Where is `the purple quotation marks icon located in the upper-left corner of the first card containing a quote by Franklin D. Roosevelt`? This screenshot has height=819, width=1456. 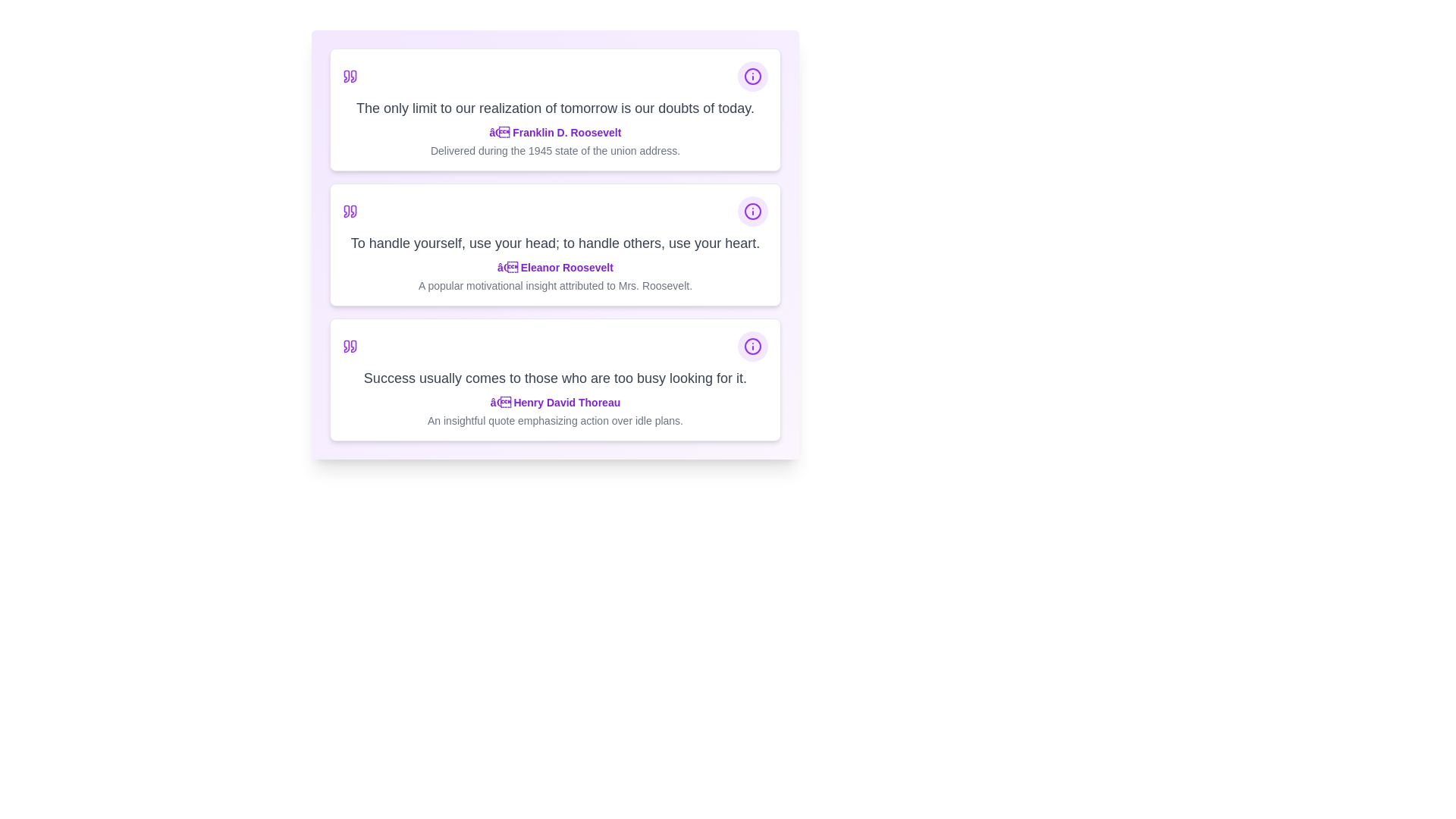
the purple quotation marks icon located in the upper-left corner of the first card containing a quote by Franklin D. Roosevelt is located at coordinates (349, 76).